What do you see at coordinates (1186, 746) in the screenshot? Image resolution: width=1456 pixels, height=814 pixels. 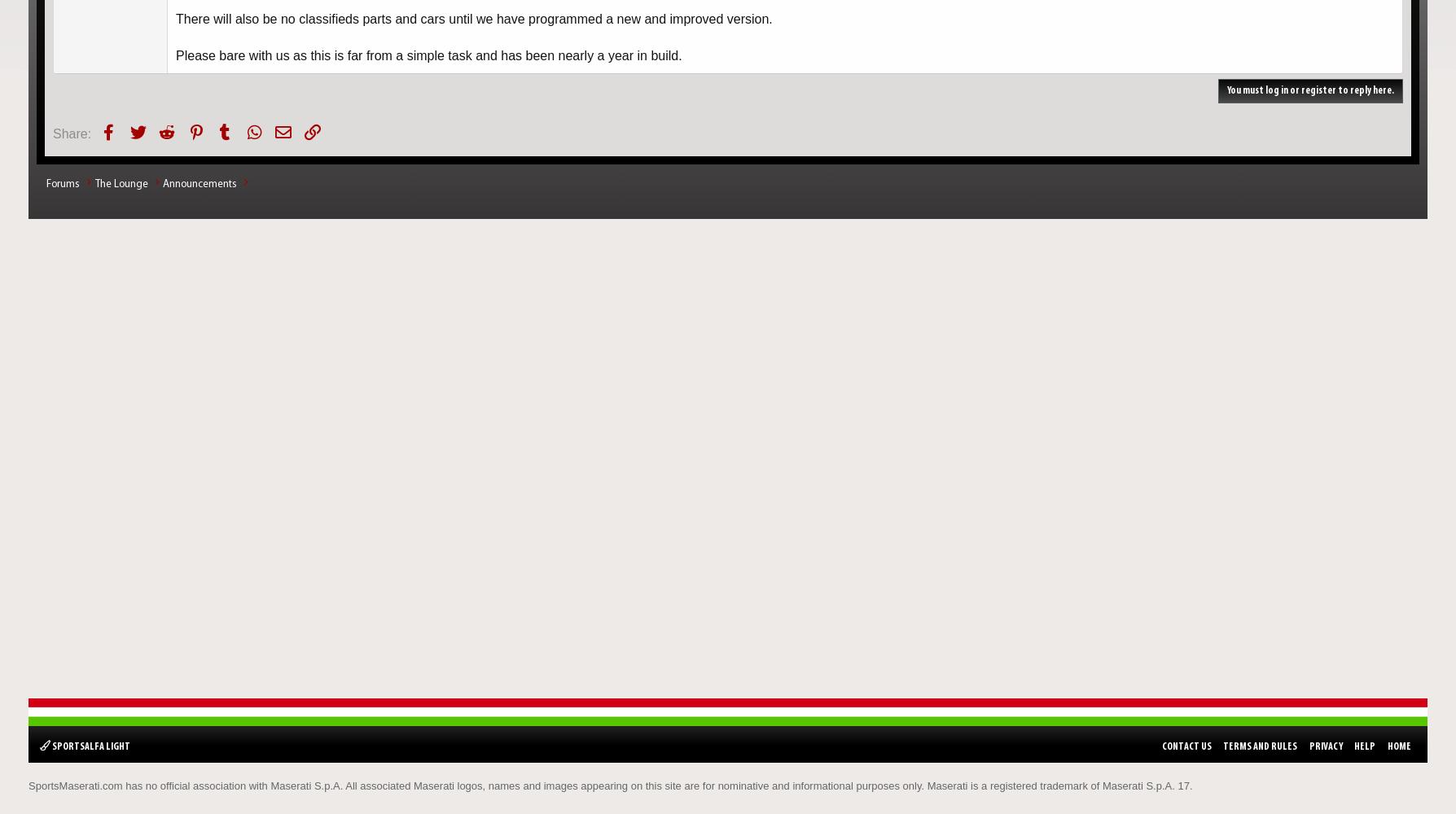 I see `'Contact us'` at bounding box center [1186, 746].